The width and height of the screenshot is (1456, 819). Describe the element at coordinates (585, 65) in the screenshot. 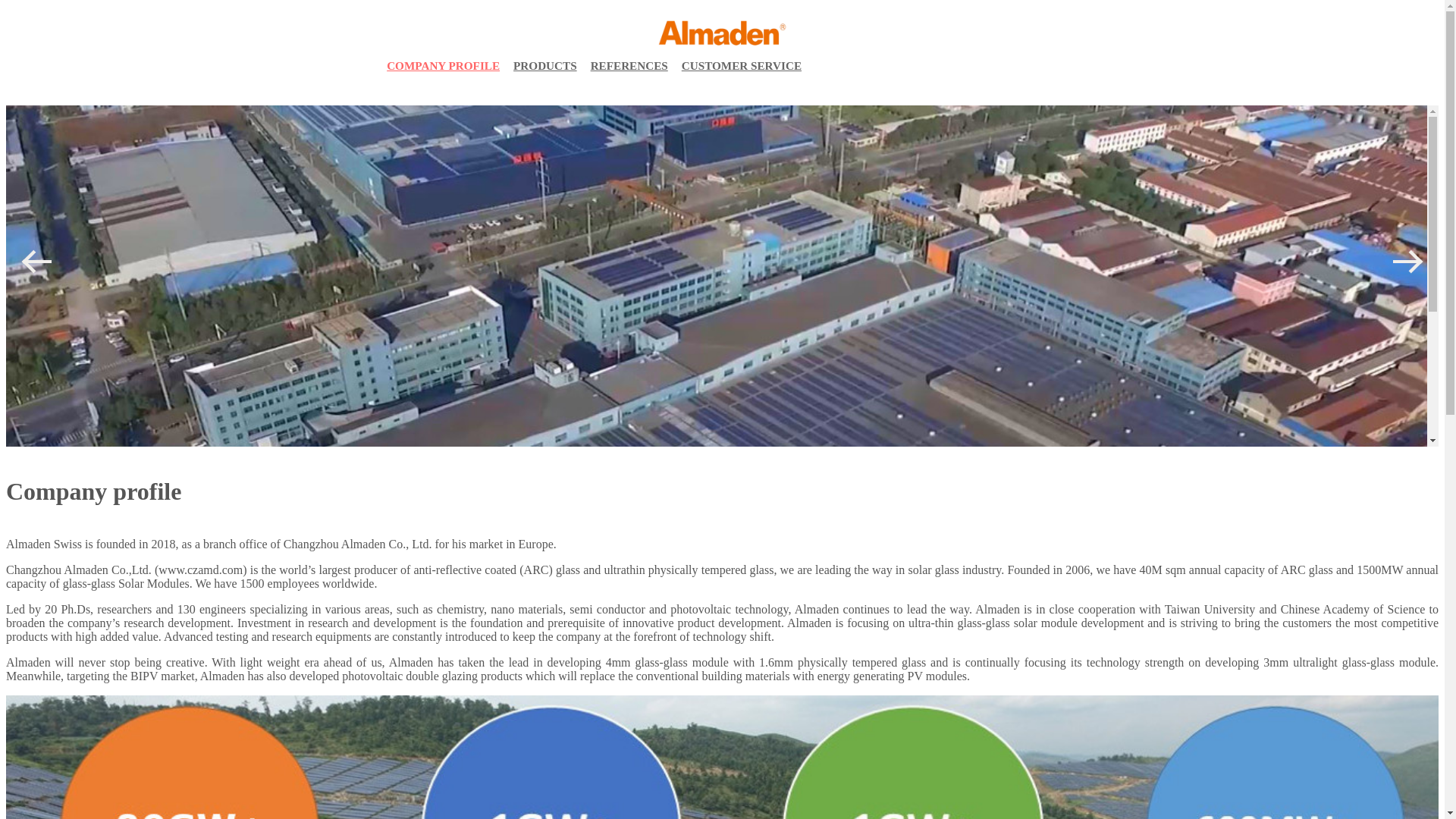

I see `'REFERENCES'` at that location.